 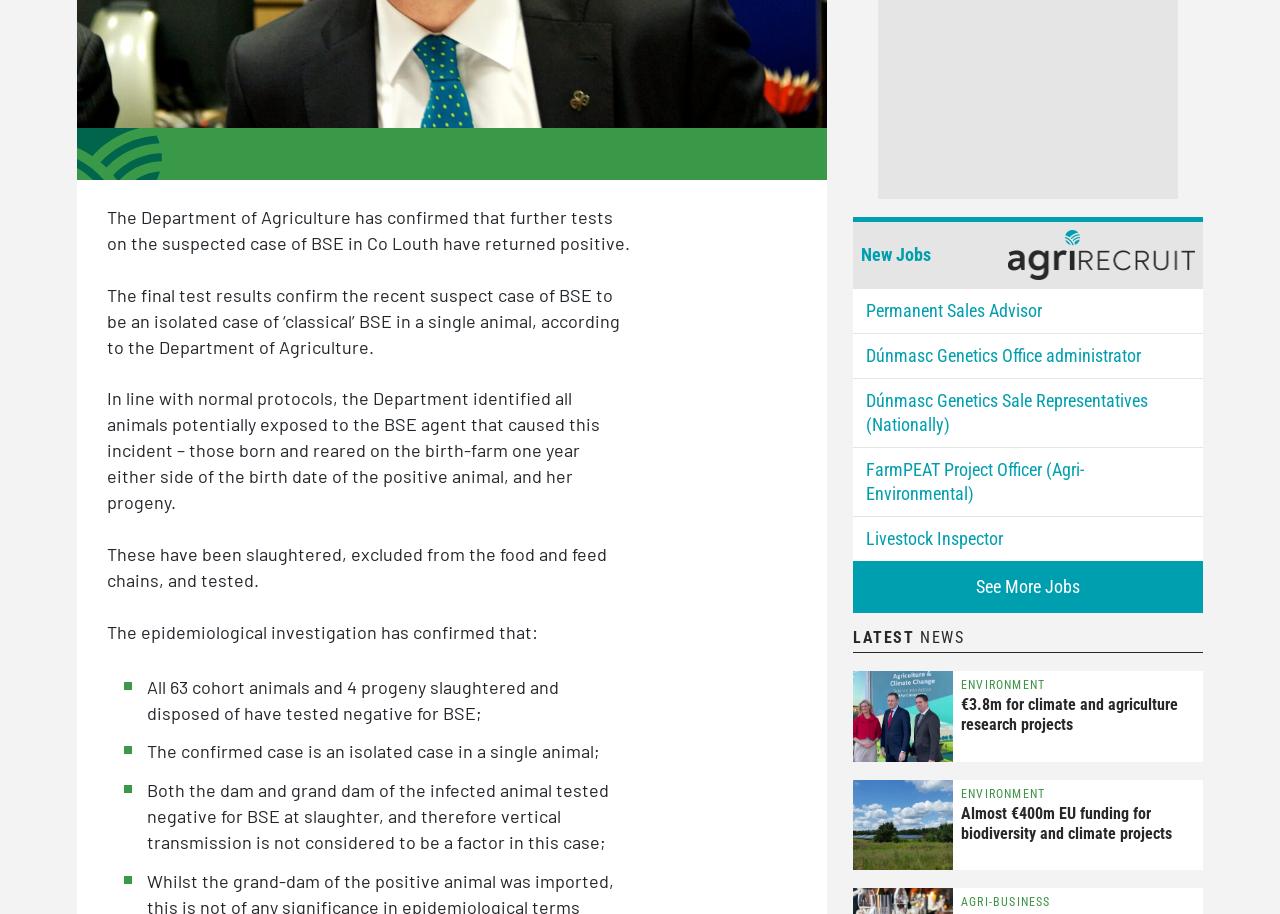 What do you see at coordinates (961, 821) in the screenshot?
I see `'Almost €400m EU funding for biodiversity and climate projects'` at bounding box center [961, 821].